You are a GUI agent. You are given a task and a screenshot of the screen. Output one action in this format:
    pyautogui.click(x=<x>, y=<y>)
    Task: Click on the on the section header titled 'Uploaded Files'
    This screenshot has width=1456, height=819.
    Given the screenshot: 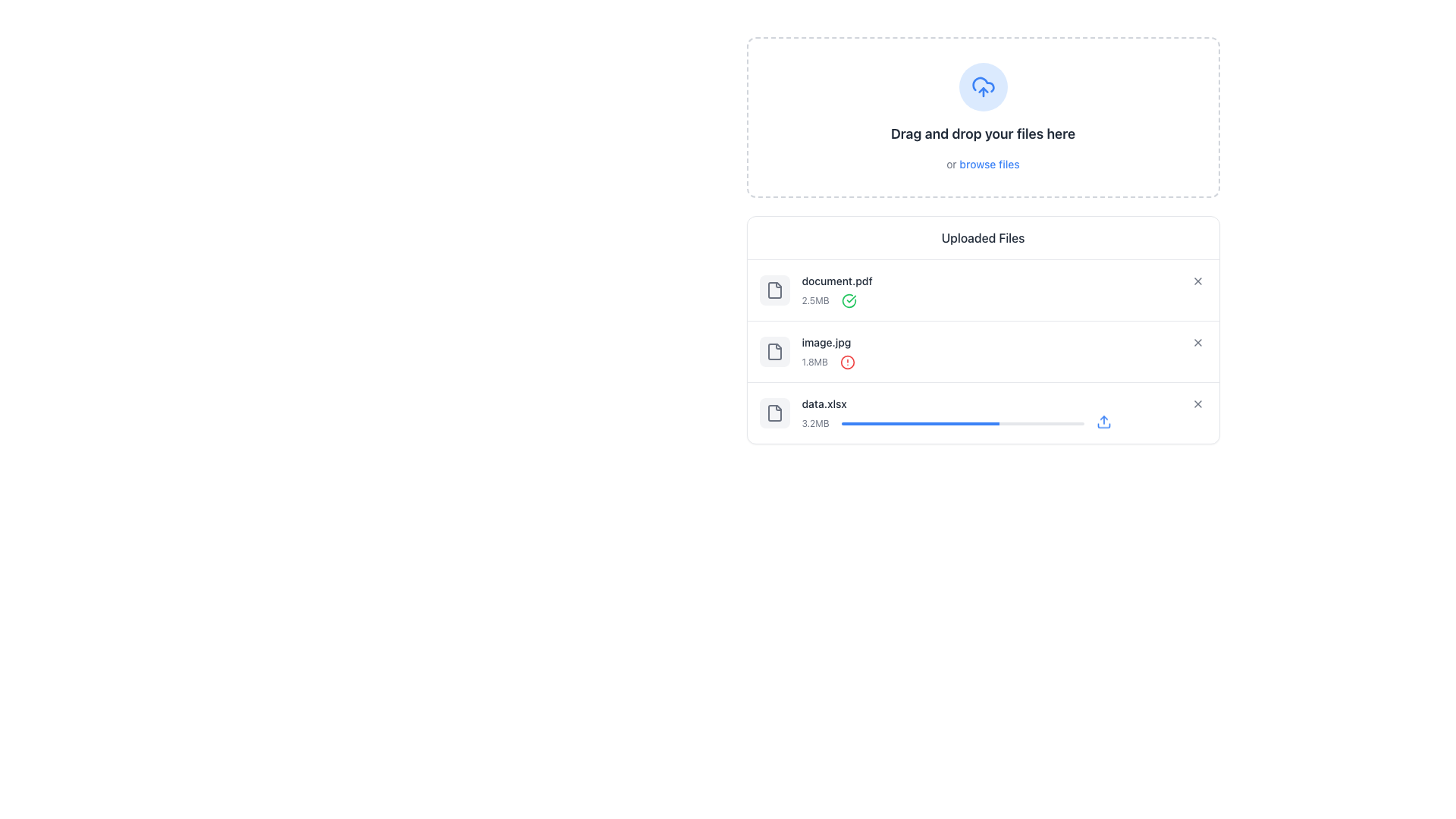 What is the action you would take?
    pyautogui.click(x=983, y=238)
    